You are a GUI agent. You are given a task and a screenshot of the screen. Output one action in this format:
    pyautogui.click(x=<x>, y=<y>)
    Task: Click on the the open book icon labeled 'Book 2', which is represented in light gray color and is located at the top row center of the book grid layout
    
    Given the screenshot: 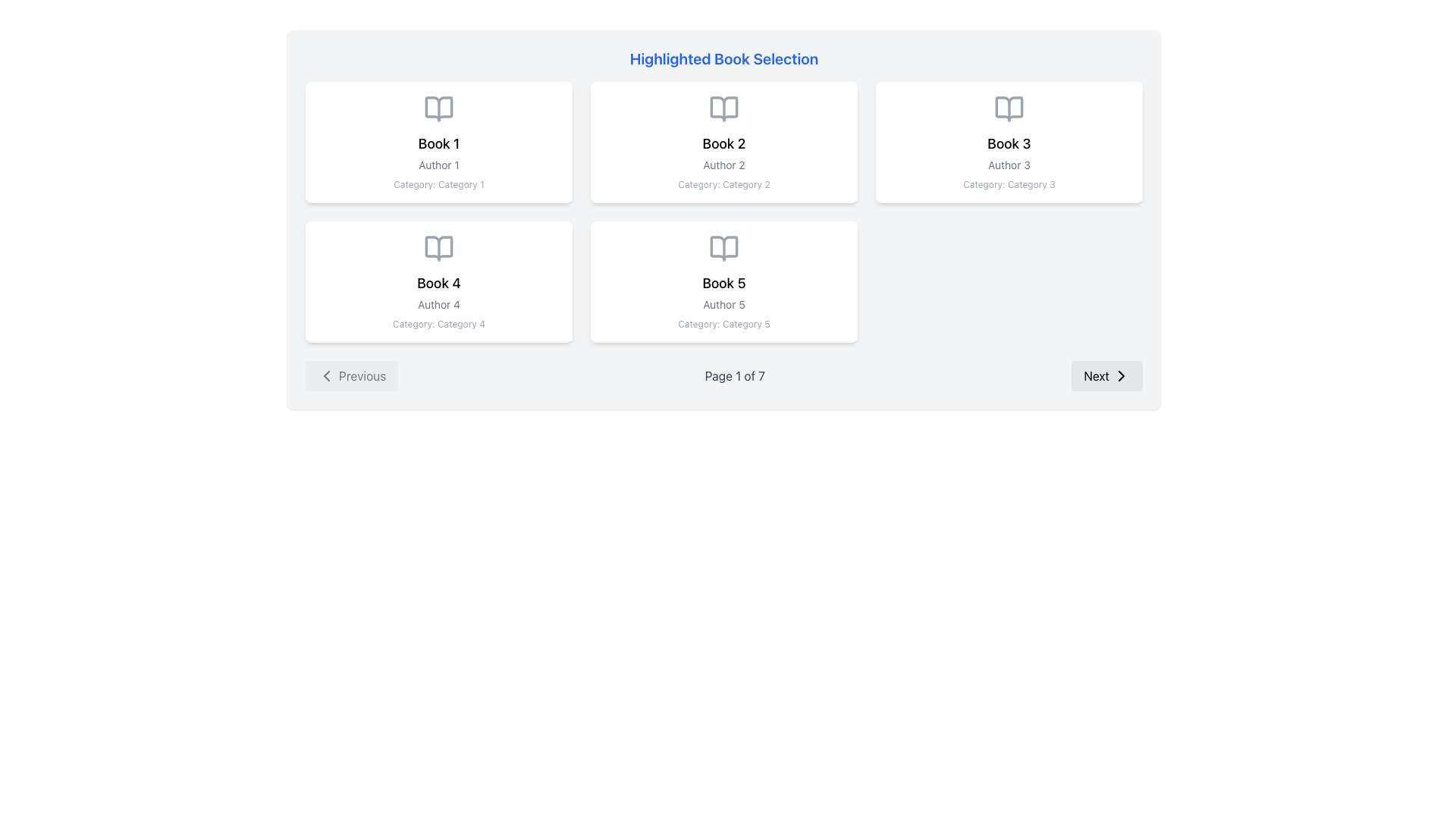 What is the action you would take?
    pyautogui.click(x=723, y=108)
    